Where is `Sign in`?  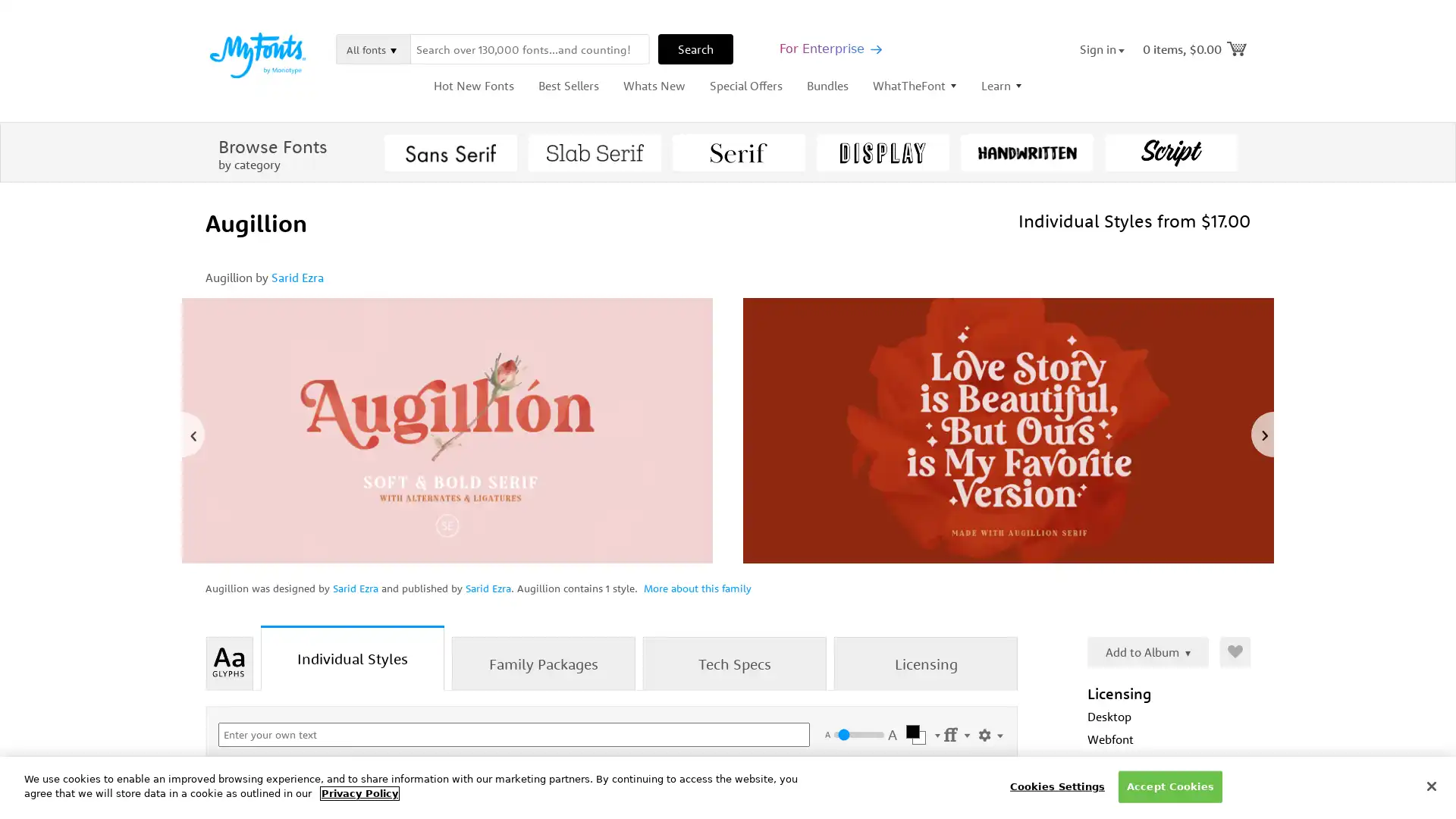
Sign in is located at coordinates (1102, 49).